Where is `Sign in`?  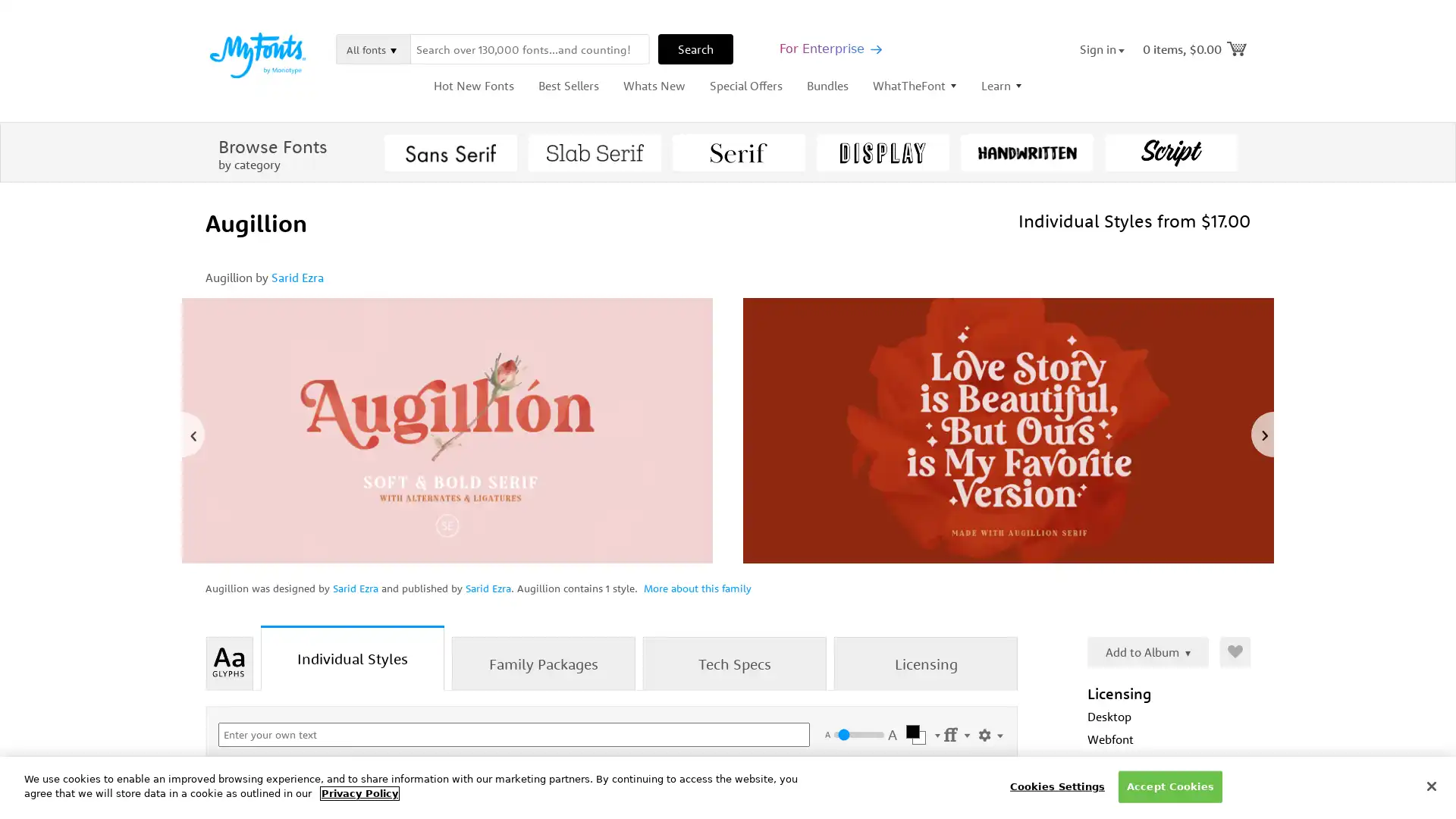
Sign in is located at coordinates (1102, 49).